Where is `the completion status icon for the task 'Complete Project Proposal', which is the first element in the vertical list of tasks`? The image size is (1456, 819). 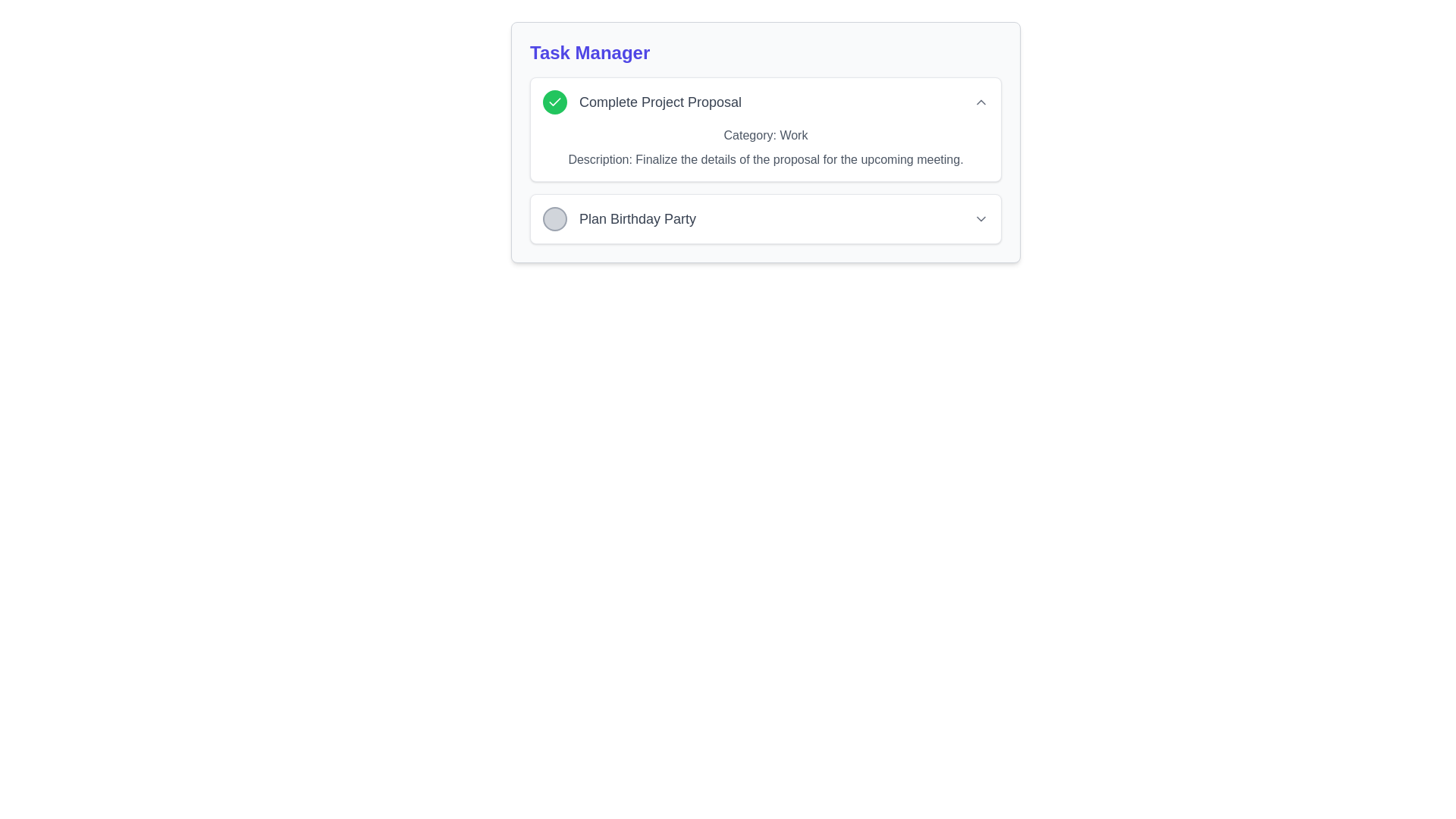
the completion status icon for the task 'Complete Project Proposal', which is the first element in the vertical list of tasks is located at coordinates (554, 102).